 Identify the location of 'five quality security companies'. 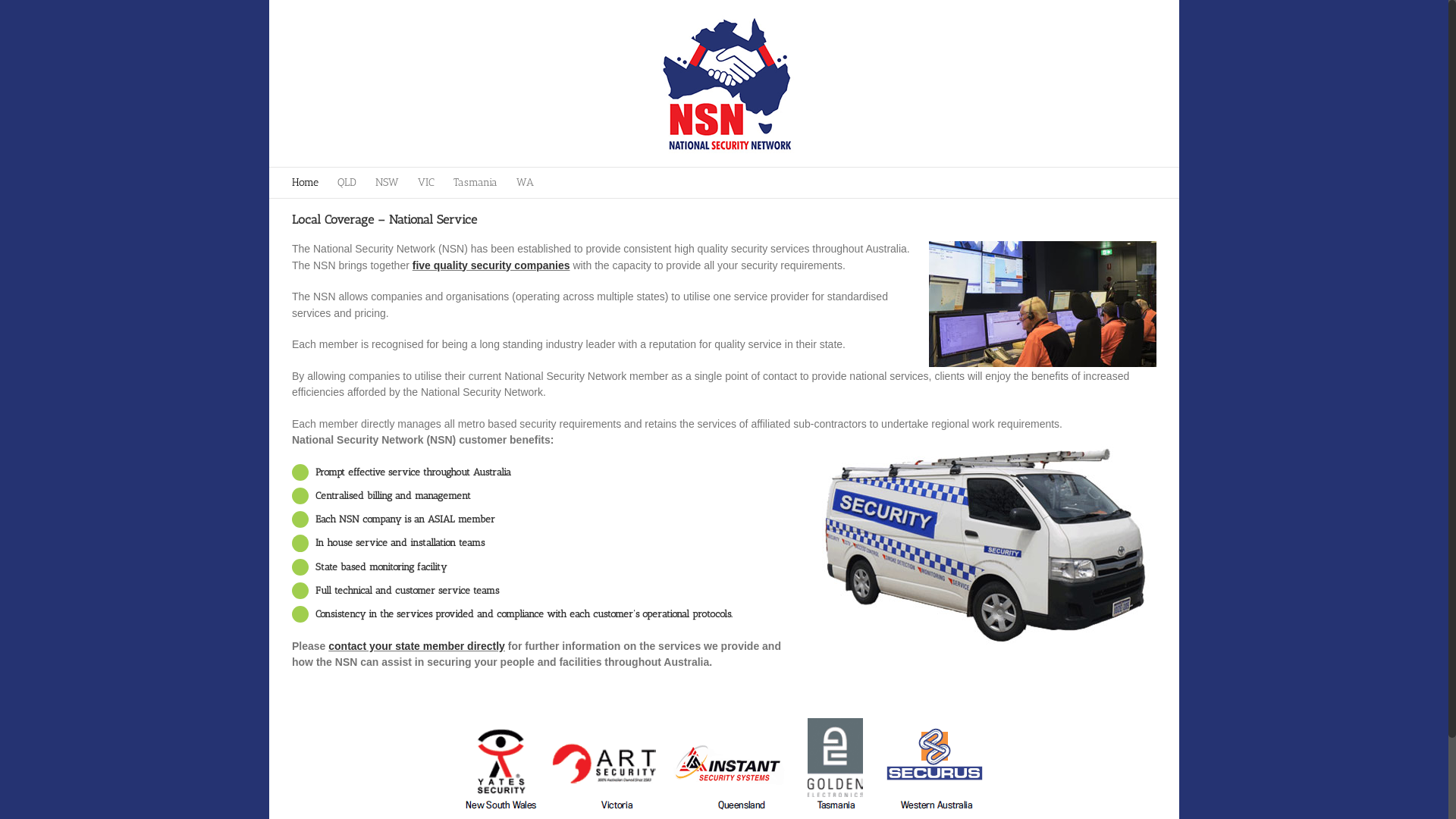
(491, 265).